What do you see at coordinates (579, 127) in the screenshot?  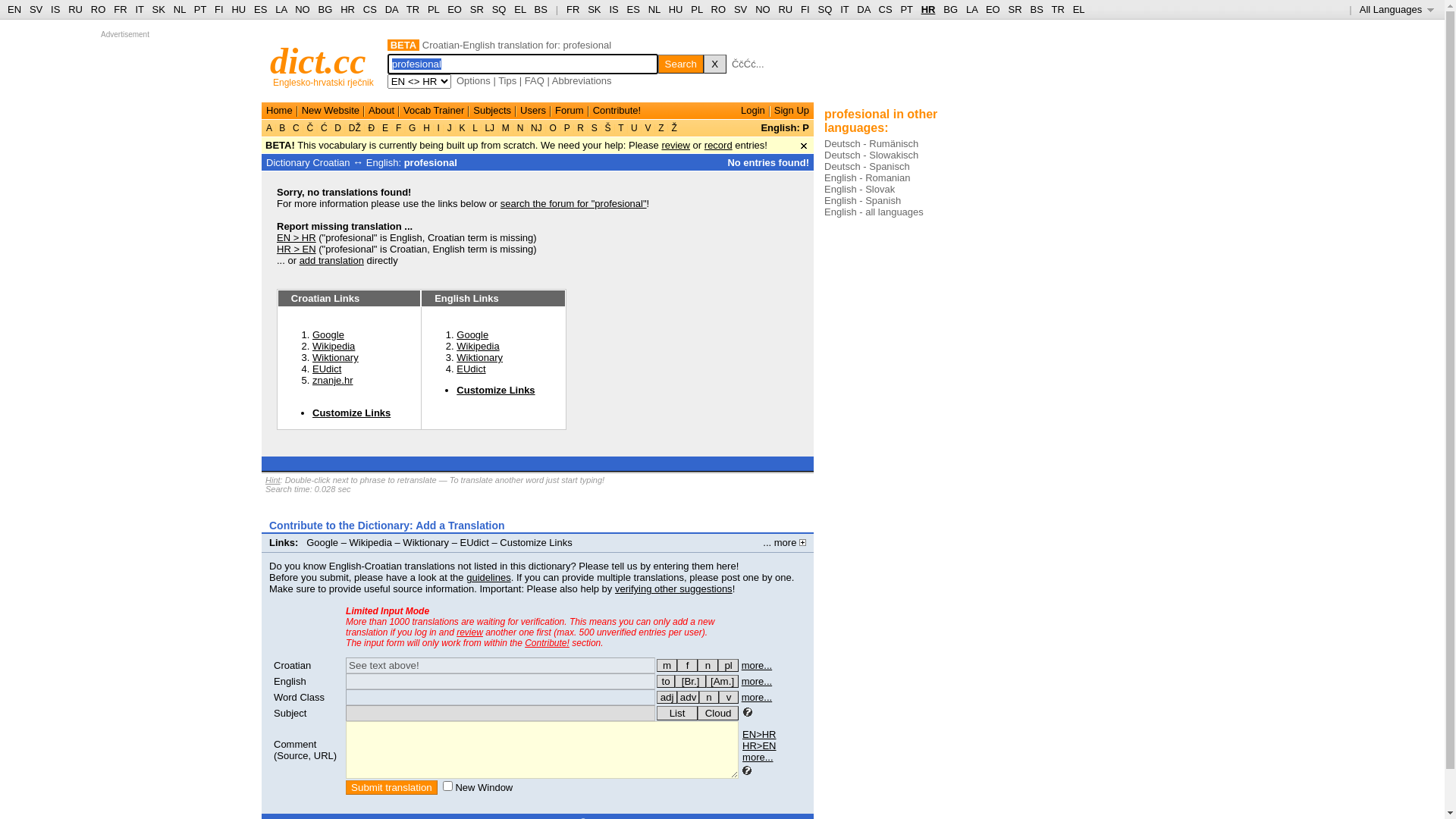 I see `'R'` at bounding box center [579, 127].